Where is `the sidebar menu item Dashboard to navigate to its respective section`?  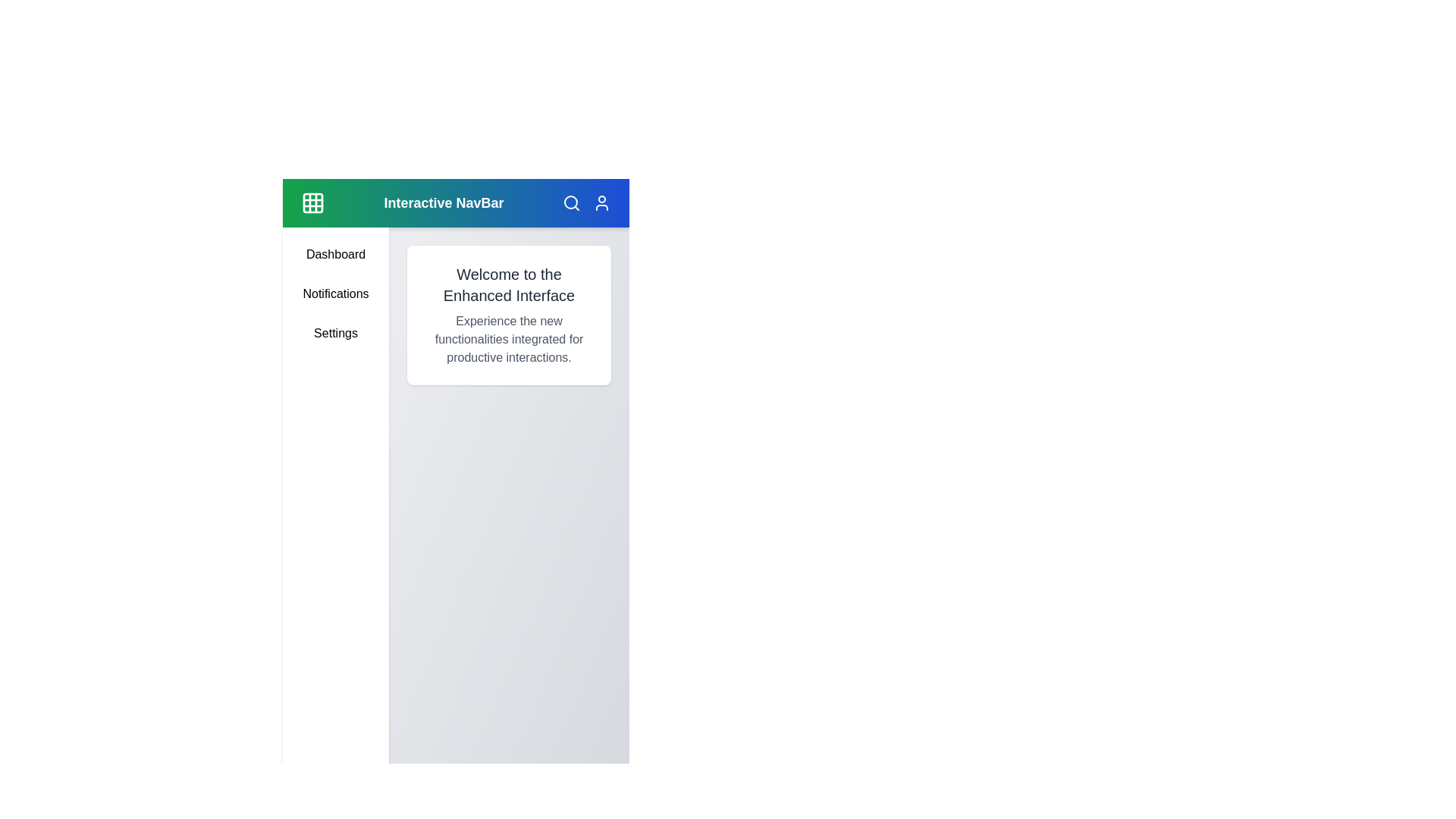 the sidebar menu item Dashboard to navigate to its respective section is located at coordinates (334, 253).